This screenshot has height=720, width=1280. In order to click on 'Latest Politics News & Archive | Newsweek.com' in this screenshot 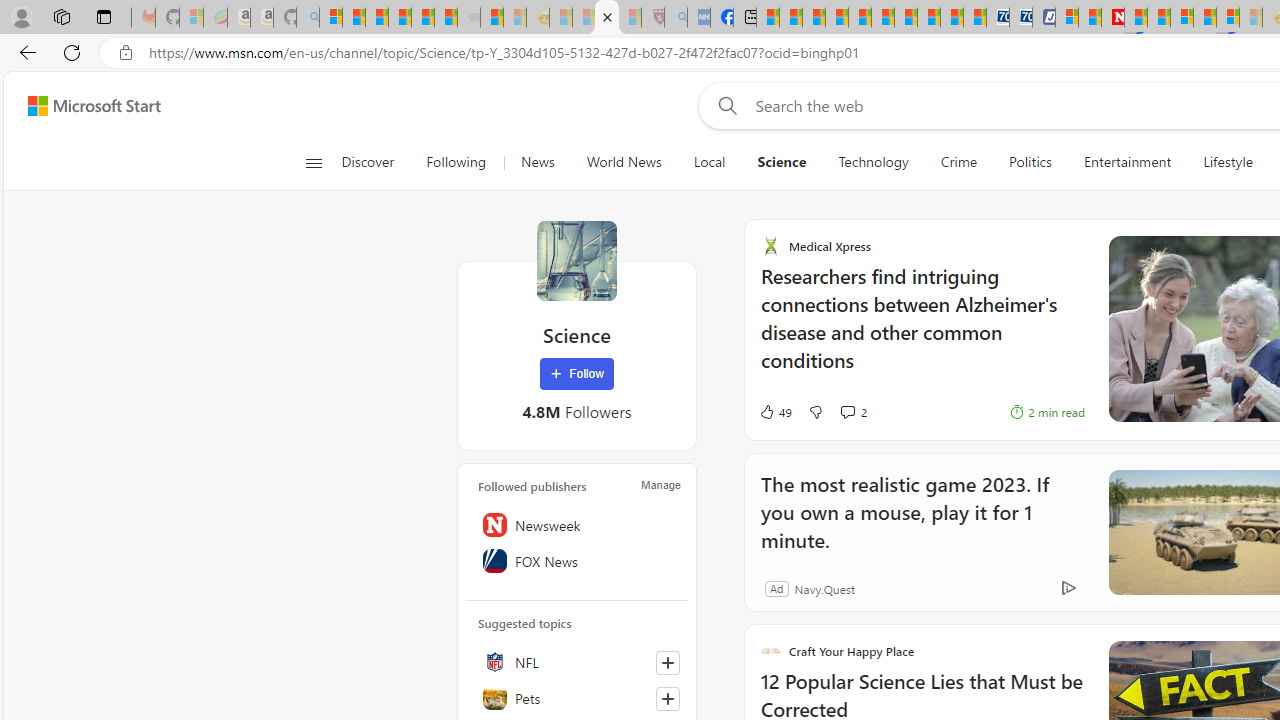, I will do `click(1111, 17)`.